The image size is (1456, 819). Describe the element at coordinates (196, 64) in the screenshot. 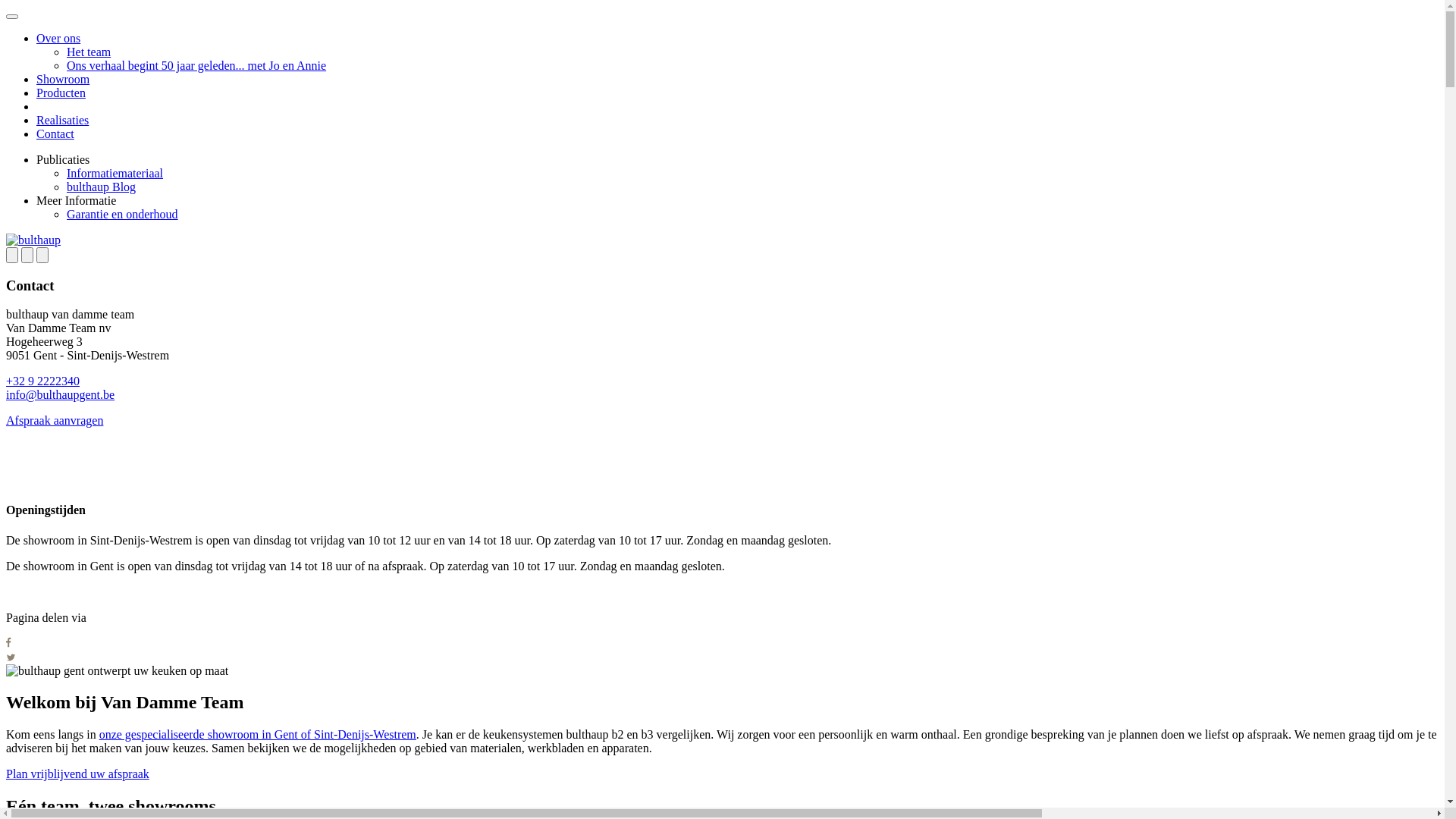

I see `'Ons verhaal begint 50 jaar geleden... met Jo en Annie'` at that location.